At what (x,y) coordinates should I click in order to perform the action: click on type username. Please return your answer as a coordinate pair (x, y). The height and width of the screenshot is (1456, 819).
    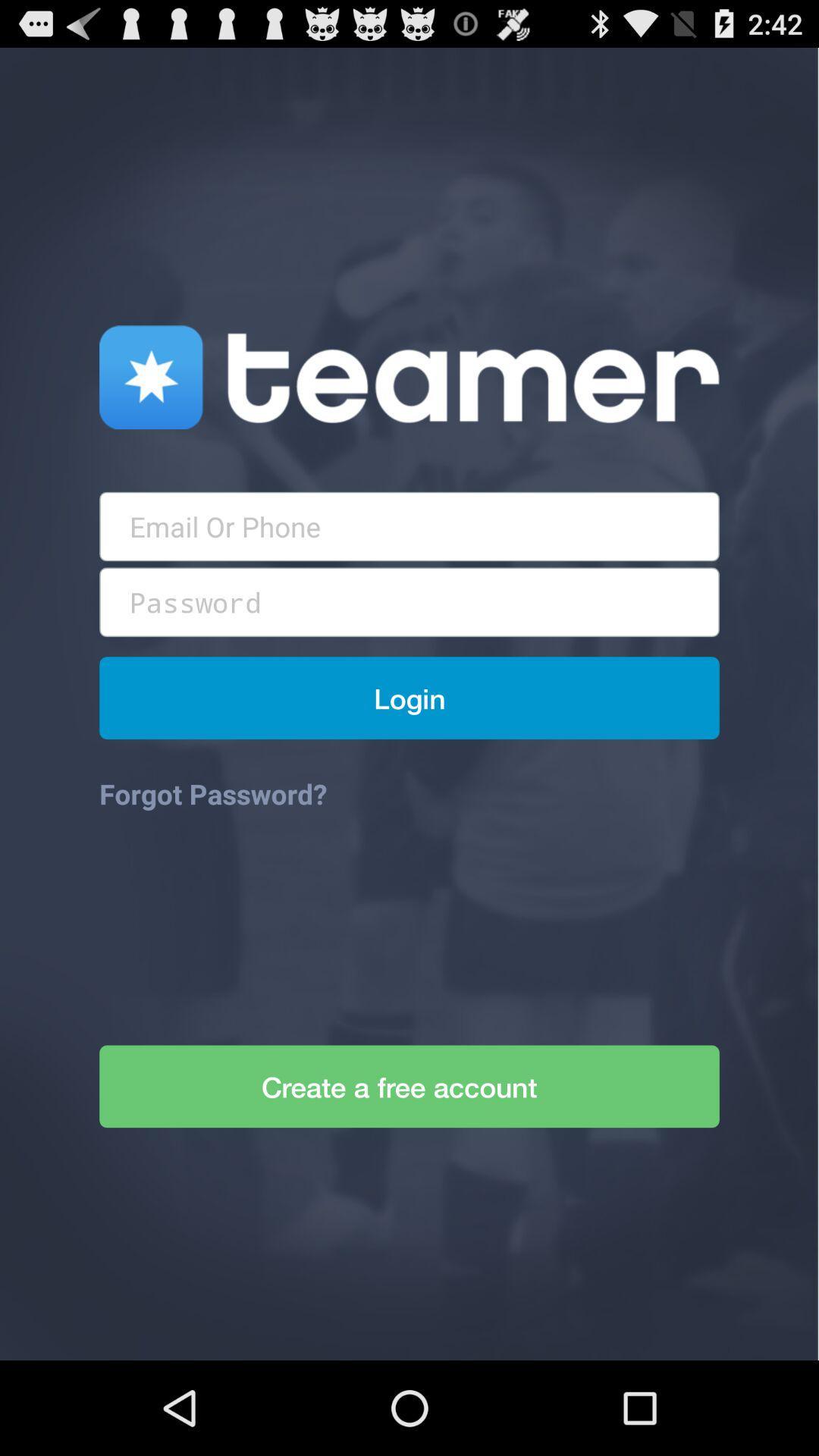
    Looking at the image, I should click on (409, 526).